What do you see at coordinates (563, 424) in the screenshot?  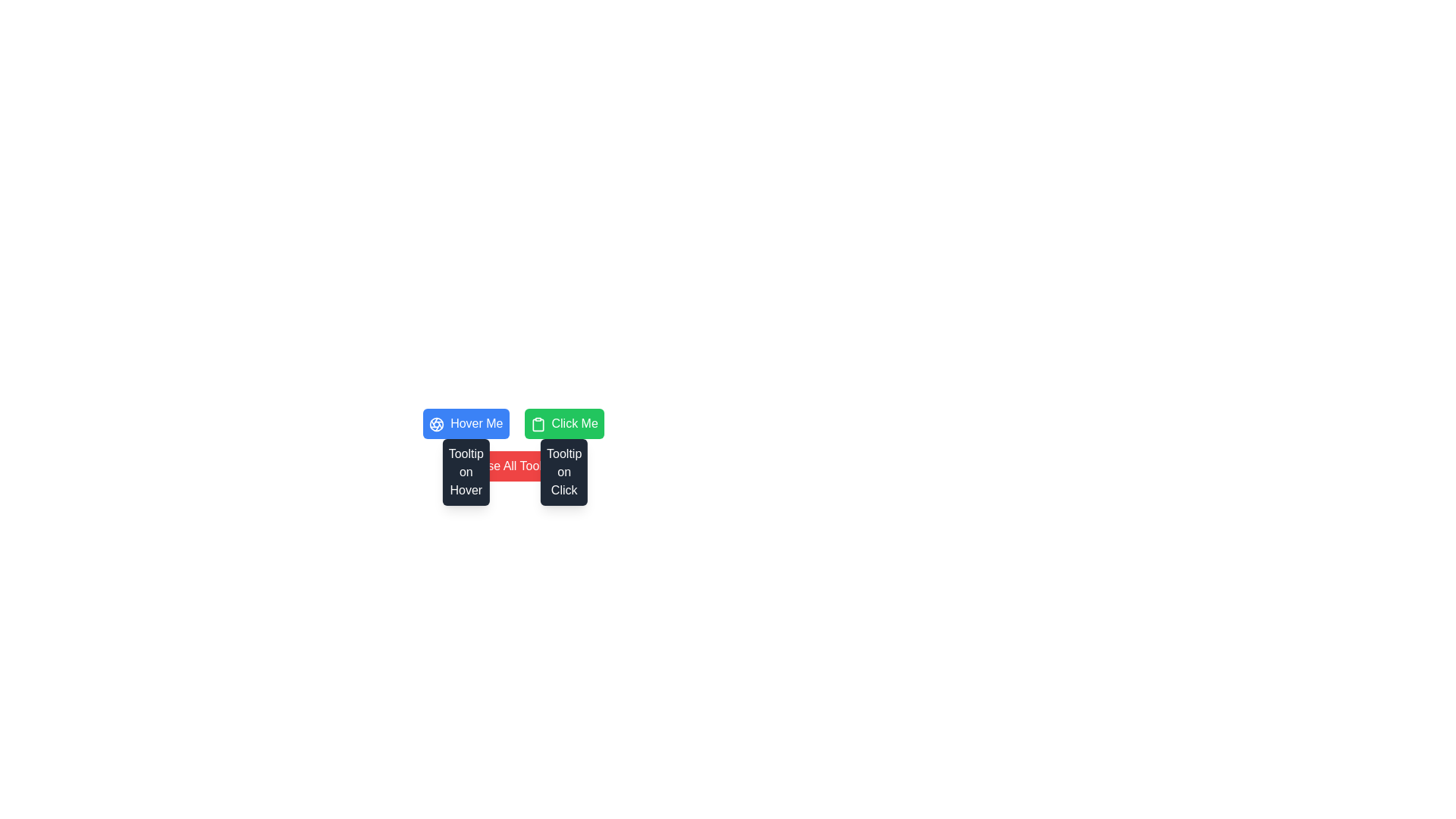 I see `the green button labeled 'Click Me' with a clipboard icon to focus on it` at bounding box center [563, 424].